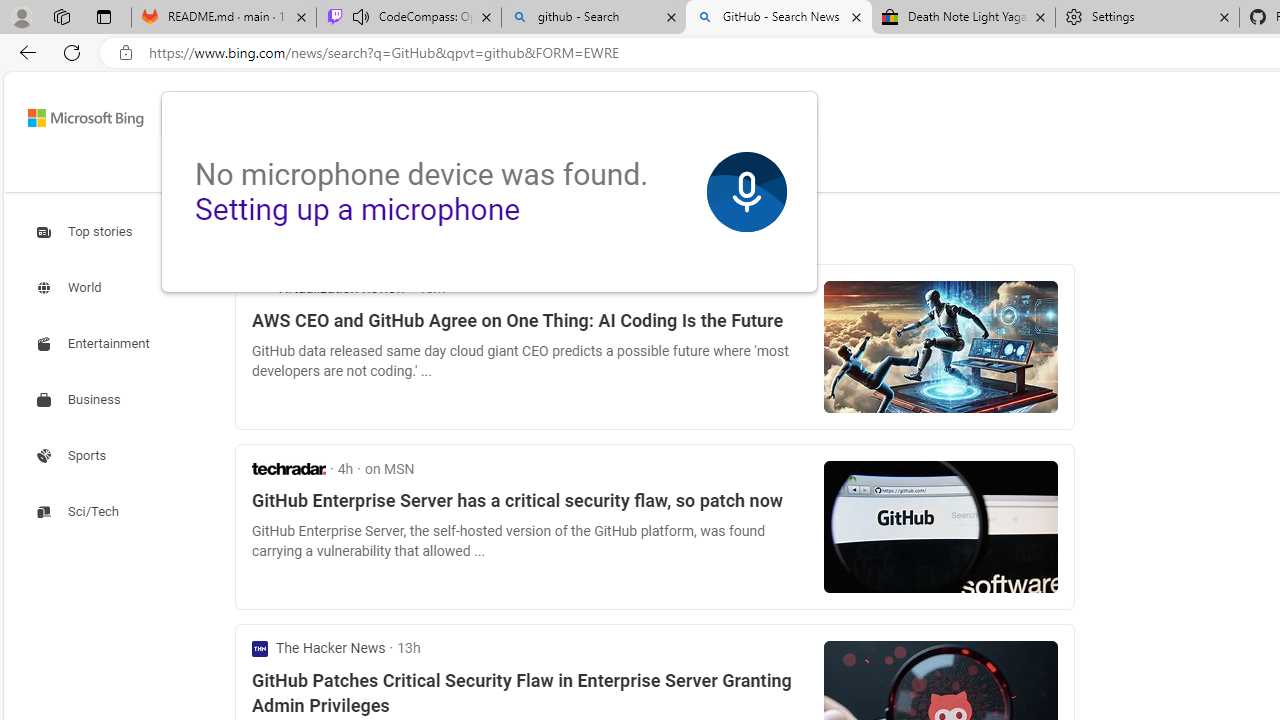  Describe the element at coordinates (103, 16) in the screenshot. I see `'Tab actions menu'` at that location.